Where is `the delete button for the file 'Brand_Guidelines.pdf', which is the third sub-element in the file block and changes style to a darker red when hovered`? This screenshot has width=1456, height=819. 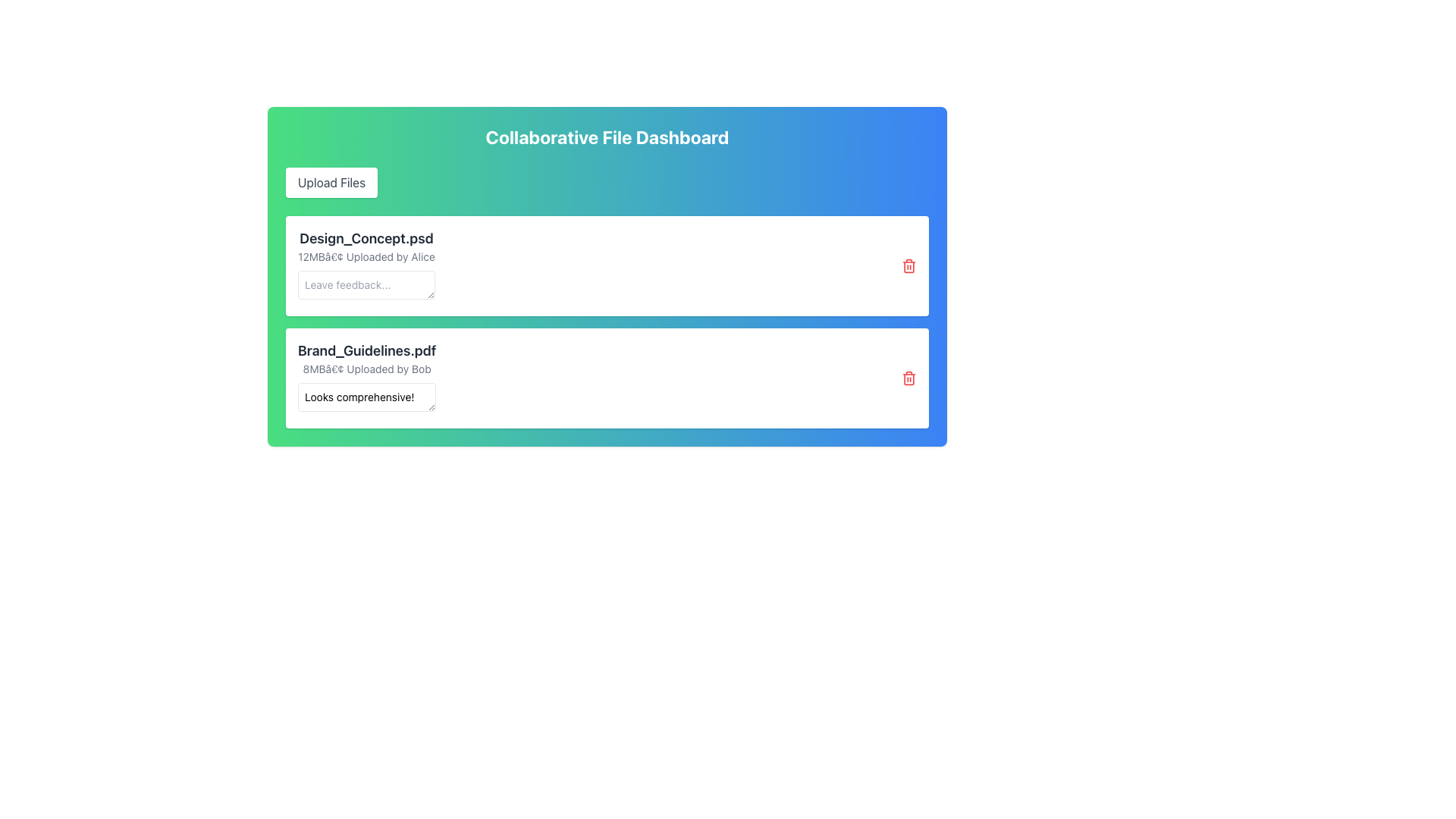
the delete button for the file 'Brand_Guidelines.pdf', which is the third sub-element in the file block and changes style to a darker red when hovered is located at coordinates (909, 377).